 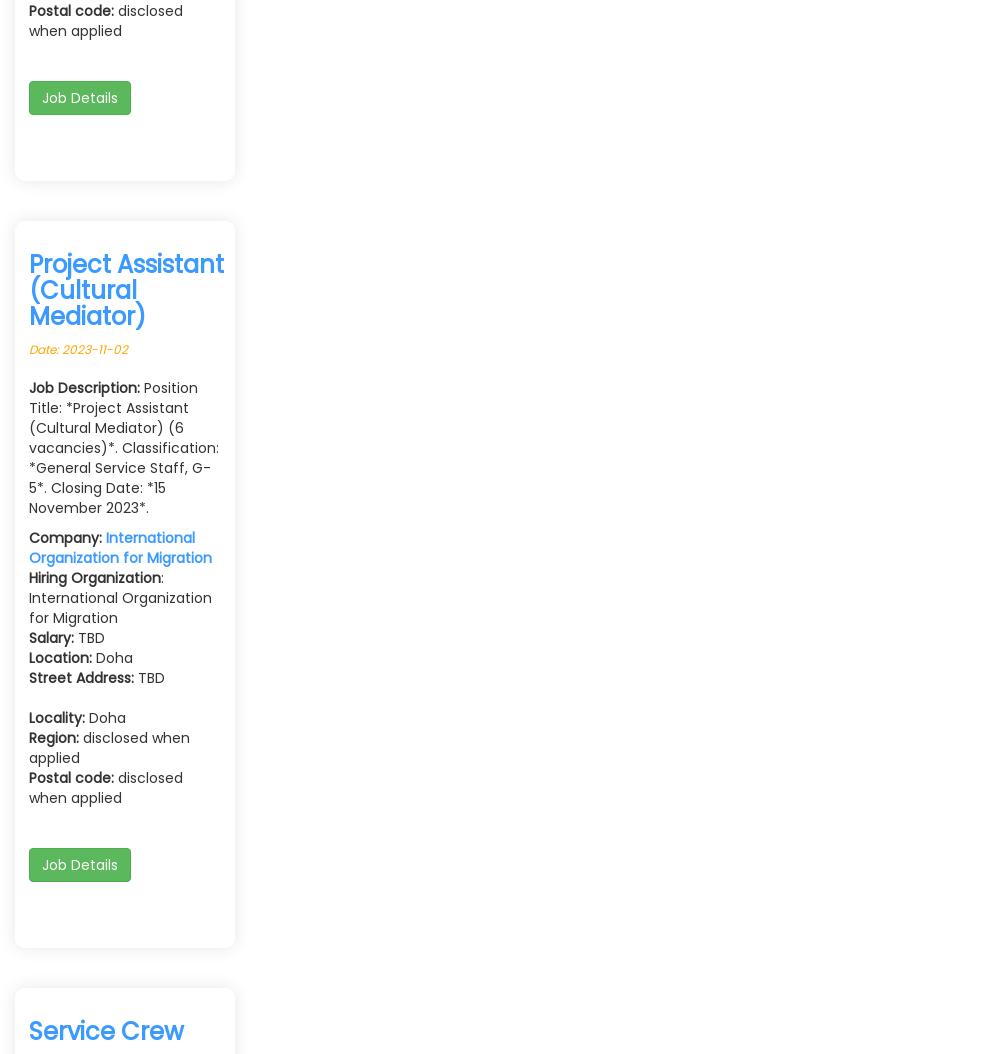 What do you see at coordinates (67, 537) in the screenshot?
I see `'Company:'` at bounding box center [67, 537].